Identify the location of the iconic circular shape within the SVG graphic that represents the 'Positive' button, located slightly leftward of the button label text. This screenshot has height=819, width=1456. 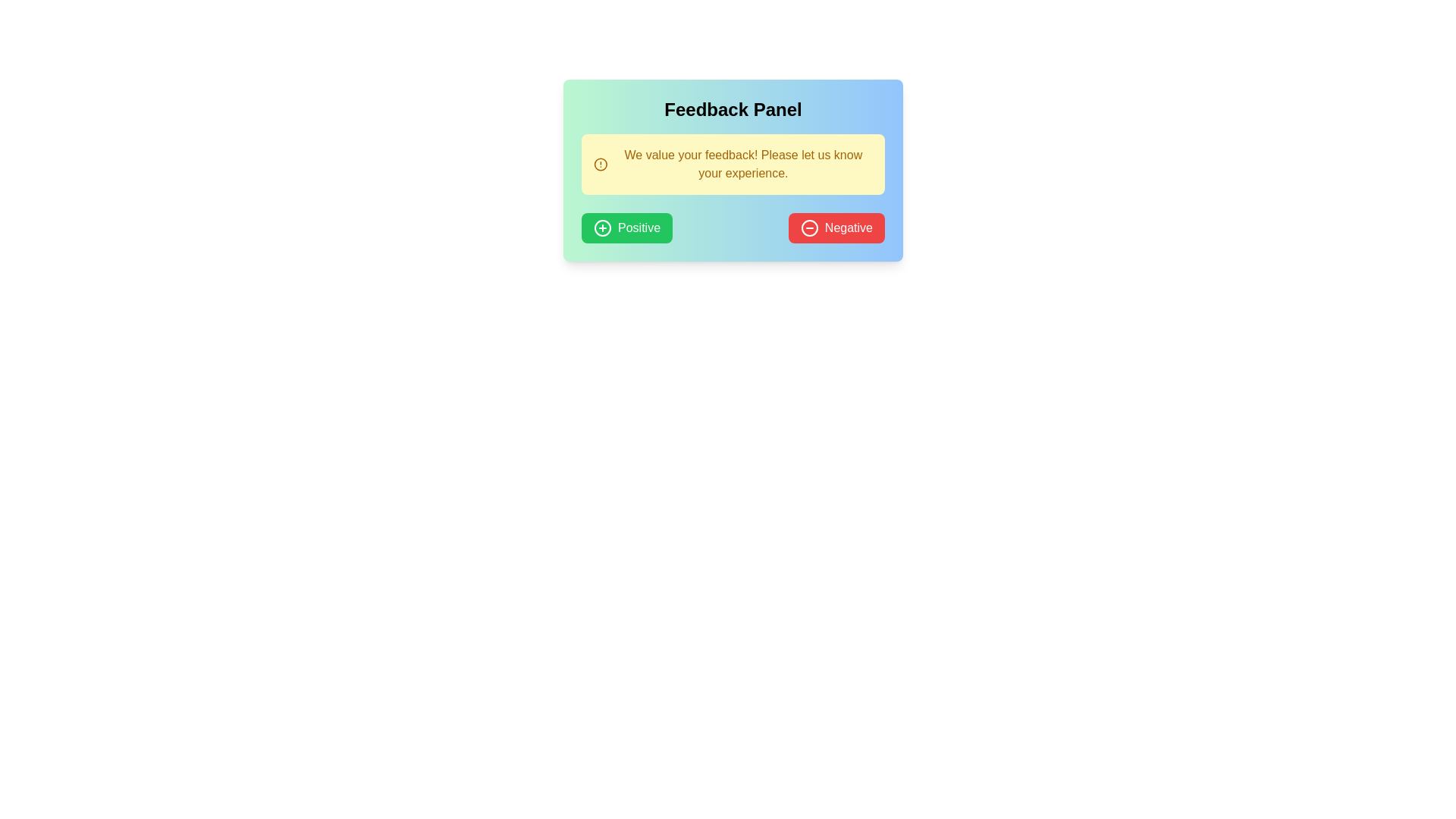
(602, 227).